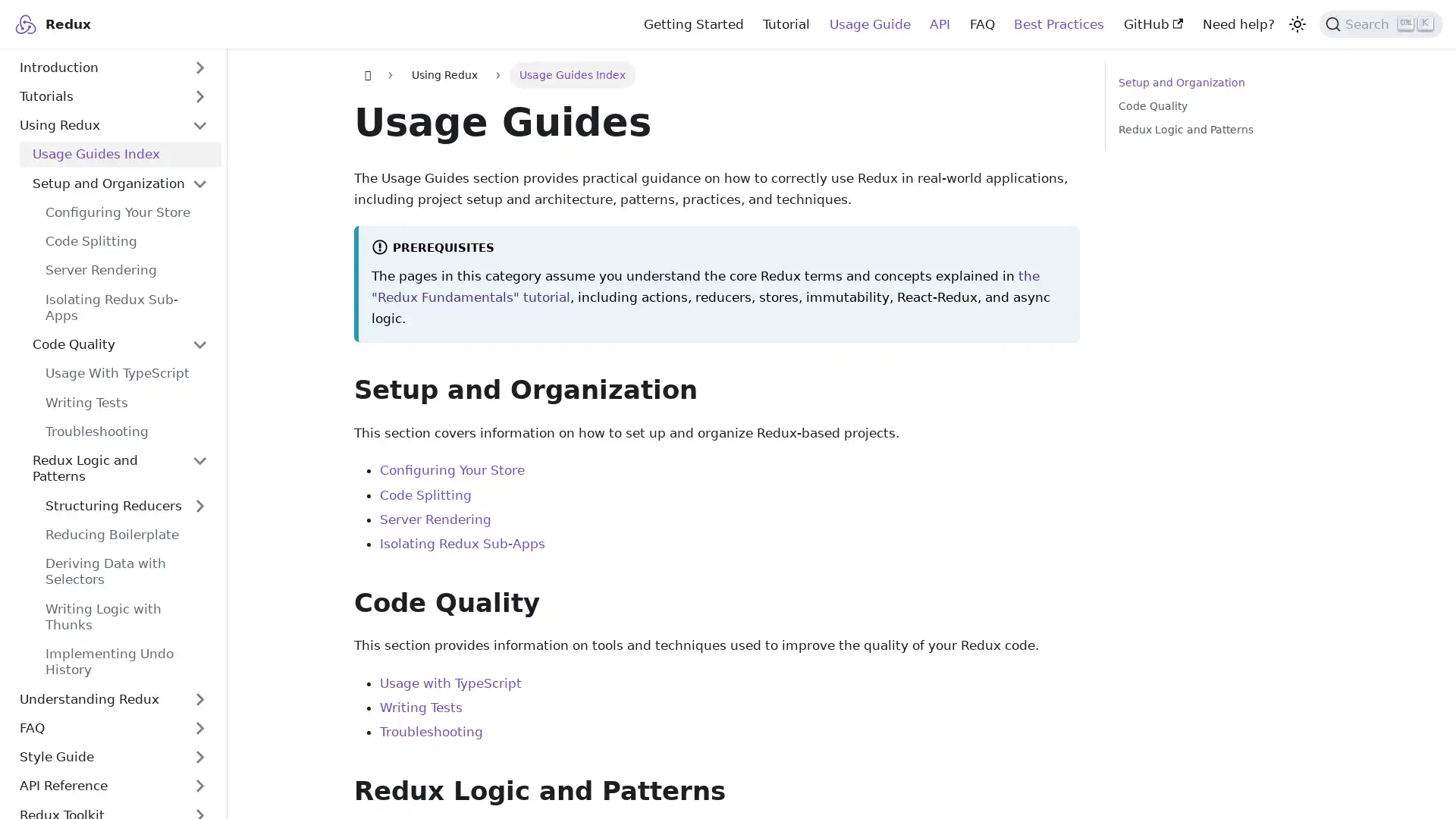 Image resolution: width=1456 pixels, height=819 pixels. What do you see at coordinates (1295, 23) in the screenshot?
I see `Switch between dark and light mode (currently light mode)` at bounding box center [1295, 23].